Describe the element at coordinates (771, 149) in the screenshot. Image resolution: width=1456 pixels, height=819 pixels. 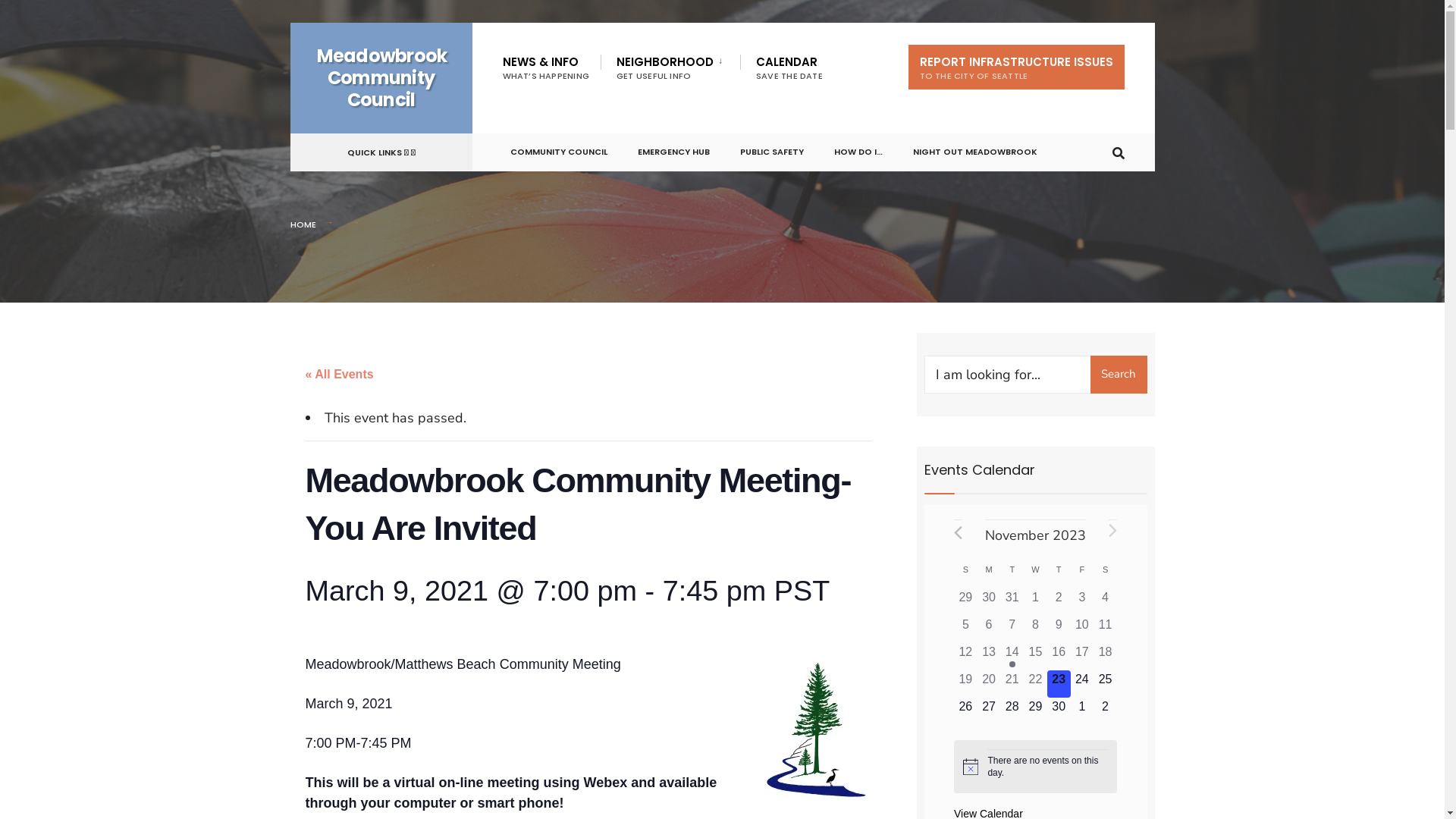
I see `'PUBLIC SAFETY'` at that location.